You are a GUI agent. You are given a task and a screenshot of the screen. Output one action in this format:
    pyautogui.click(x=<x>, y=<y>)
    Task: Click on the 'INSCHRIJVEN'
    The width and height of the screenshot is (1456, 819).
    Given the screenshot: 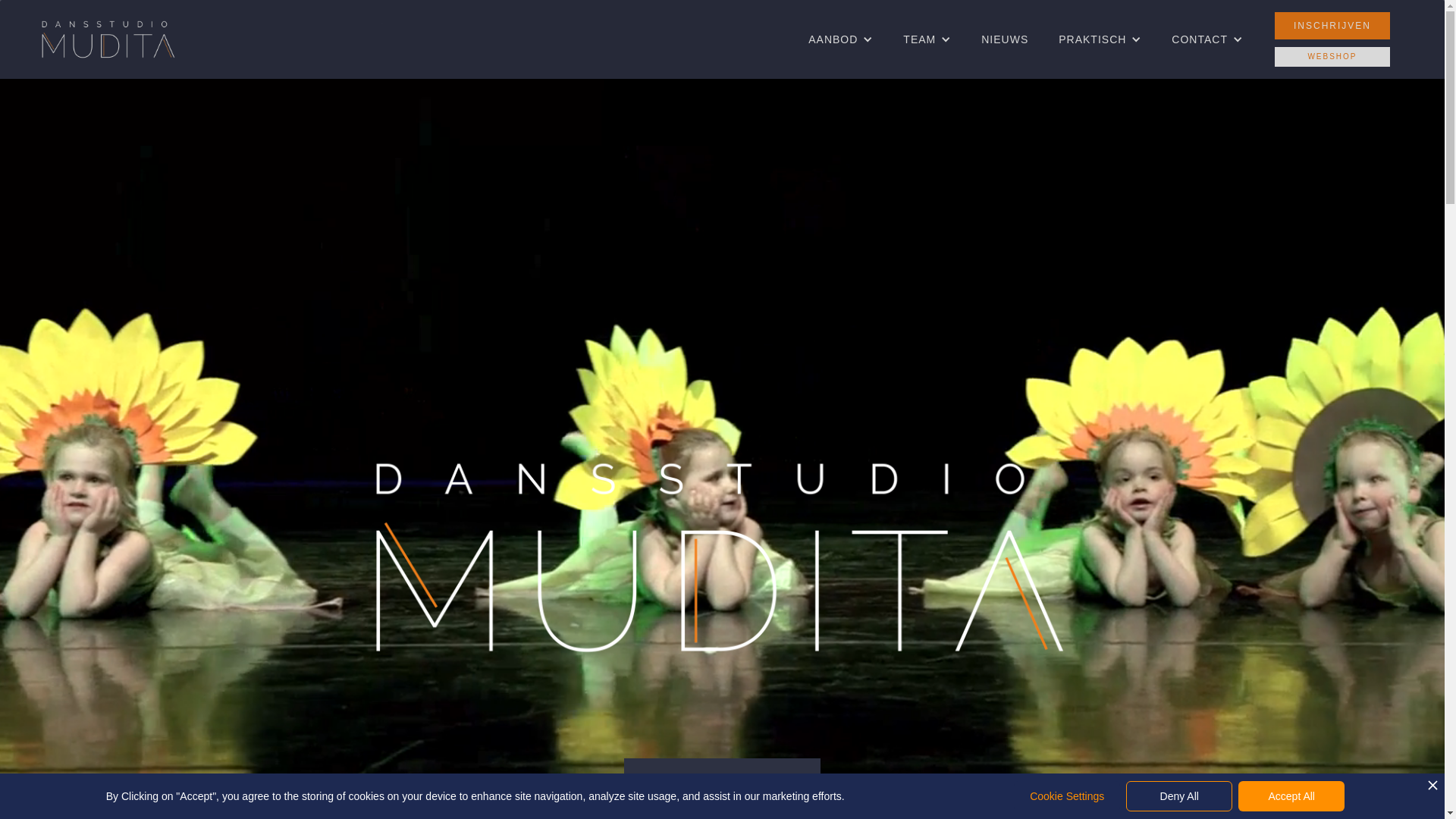 What is the action you would take?
    pyautogui.click(x=1331, y=26)
    